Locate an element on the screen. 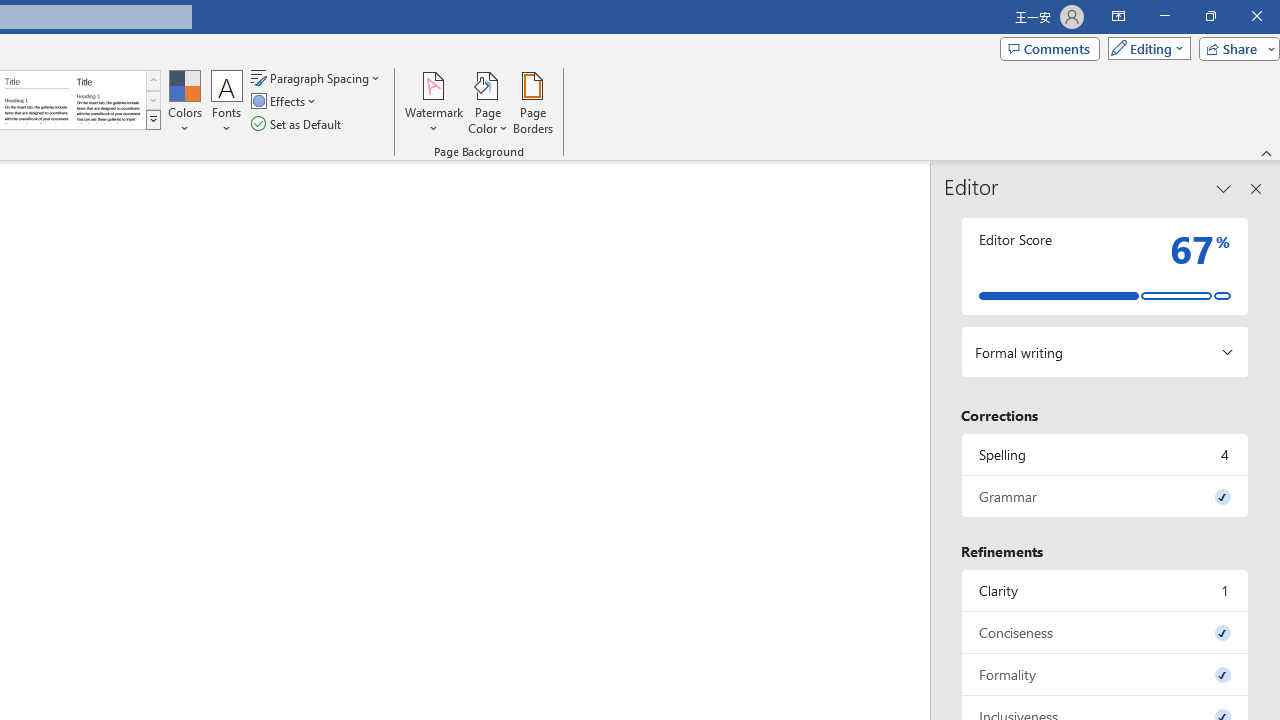 The width and height of the screenshot is (1280, 720). 'Effects' is located at coordinates (284, 101).